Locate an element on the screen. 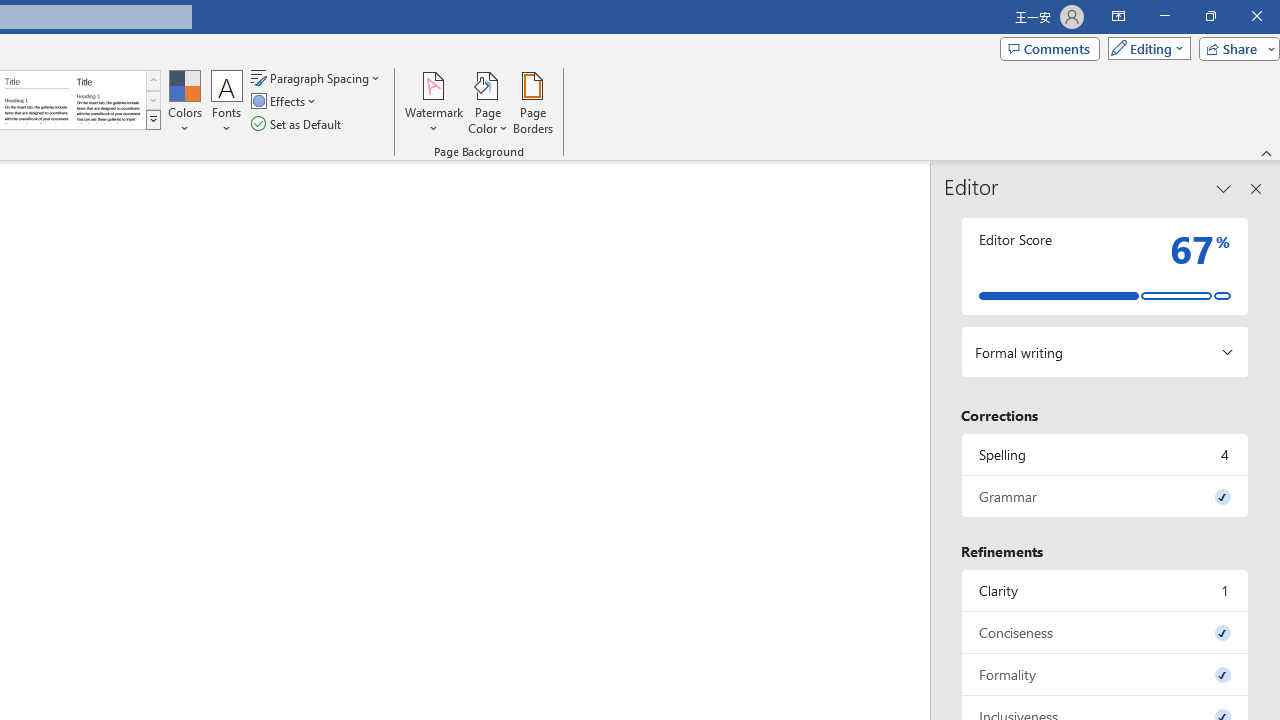 The width and height of the screenshot is (1280, 720). 'Effects' is located at coordinates (284, 101).